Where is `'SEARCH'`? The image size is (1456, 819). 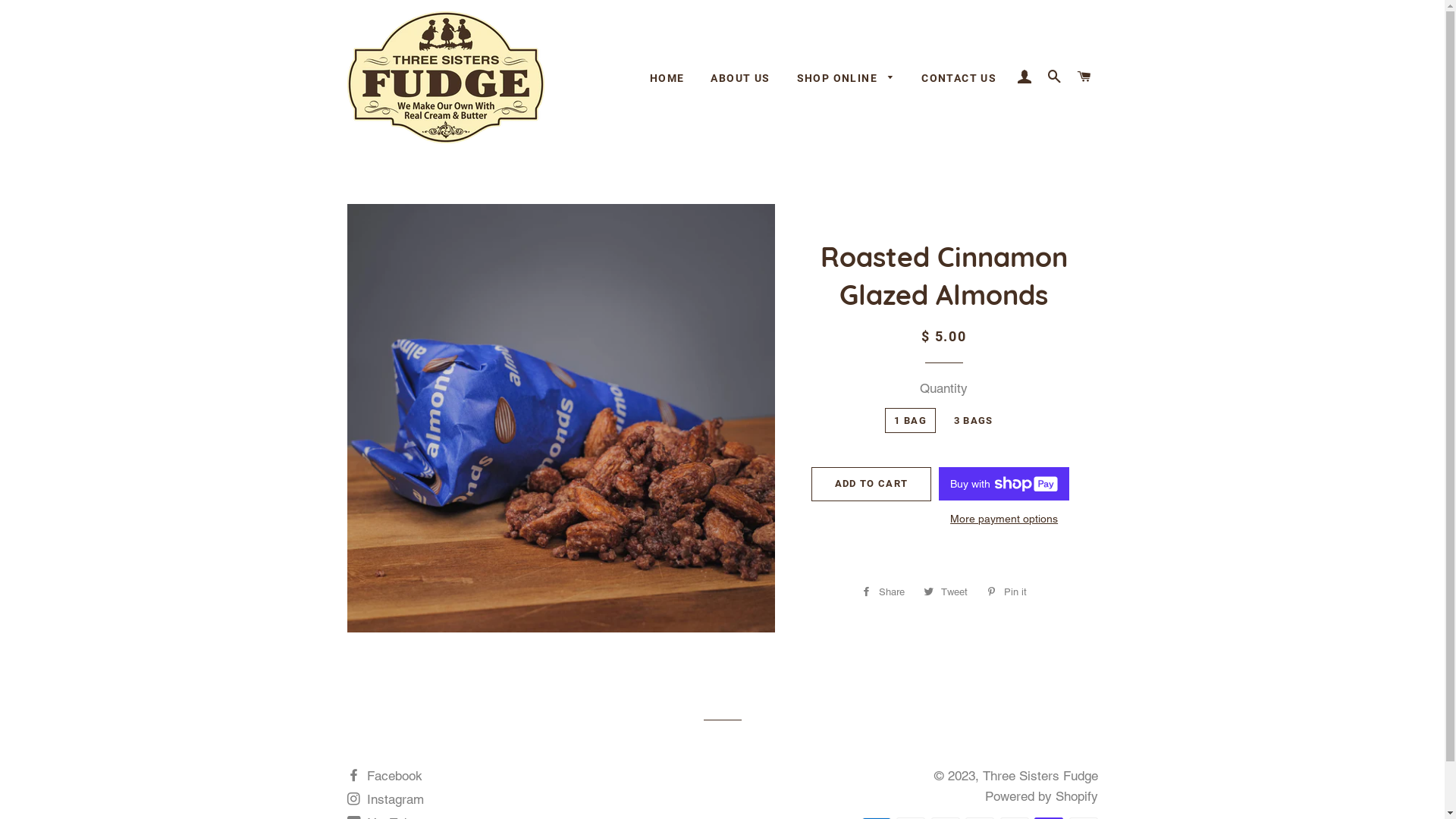 'SEARCH' is located at coordinates (1040, 77).